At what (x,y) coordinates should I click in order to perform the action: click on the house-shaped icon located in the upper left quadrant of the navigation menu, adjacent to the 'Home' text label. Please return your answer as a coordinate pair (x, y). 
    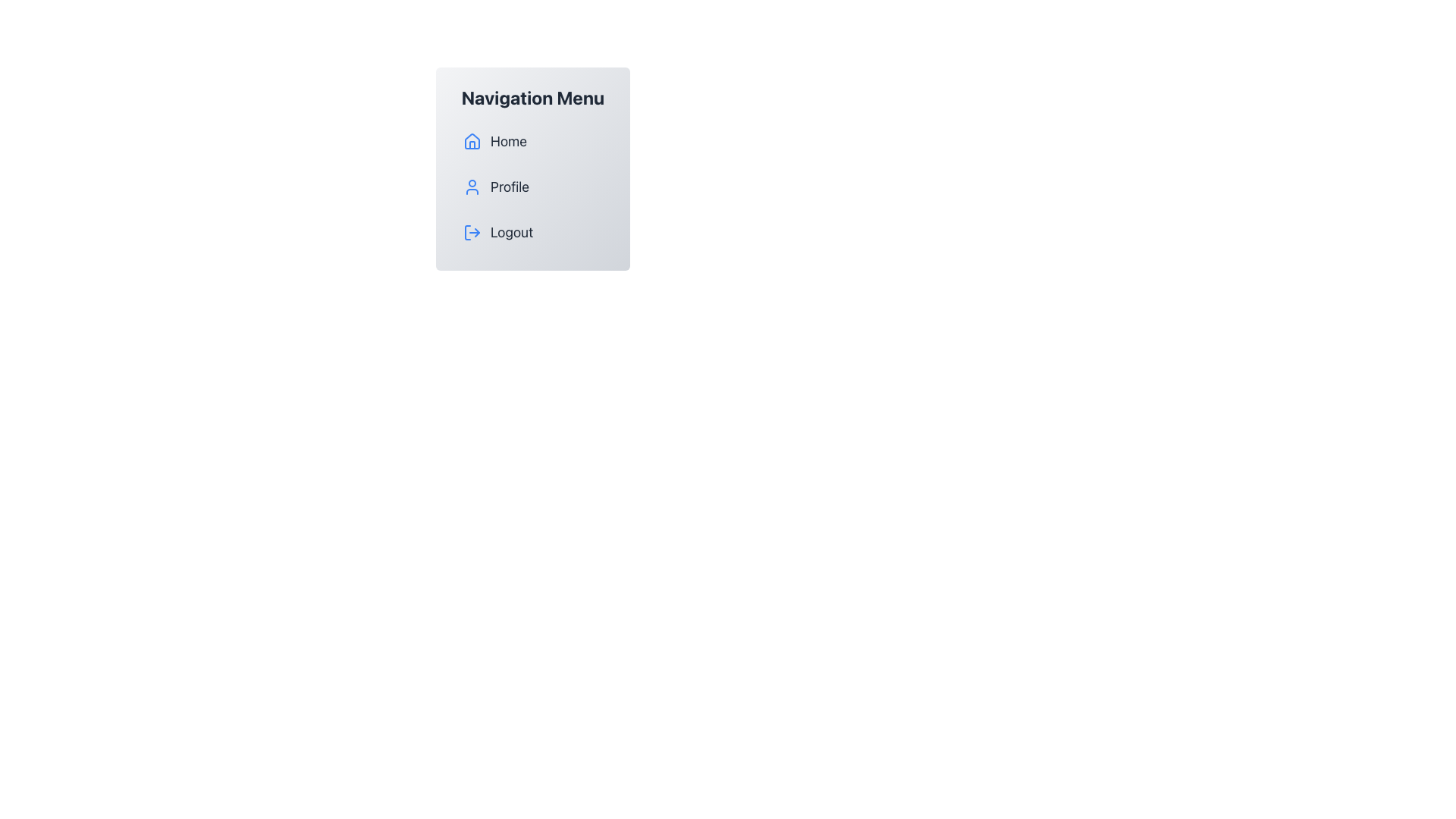
    Looking at the image, I should click on (472, 140).